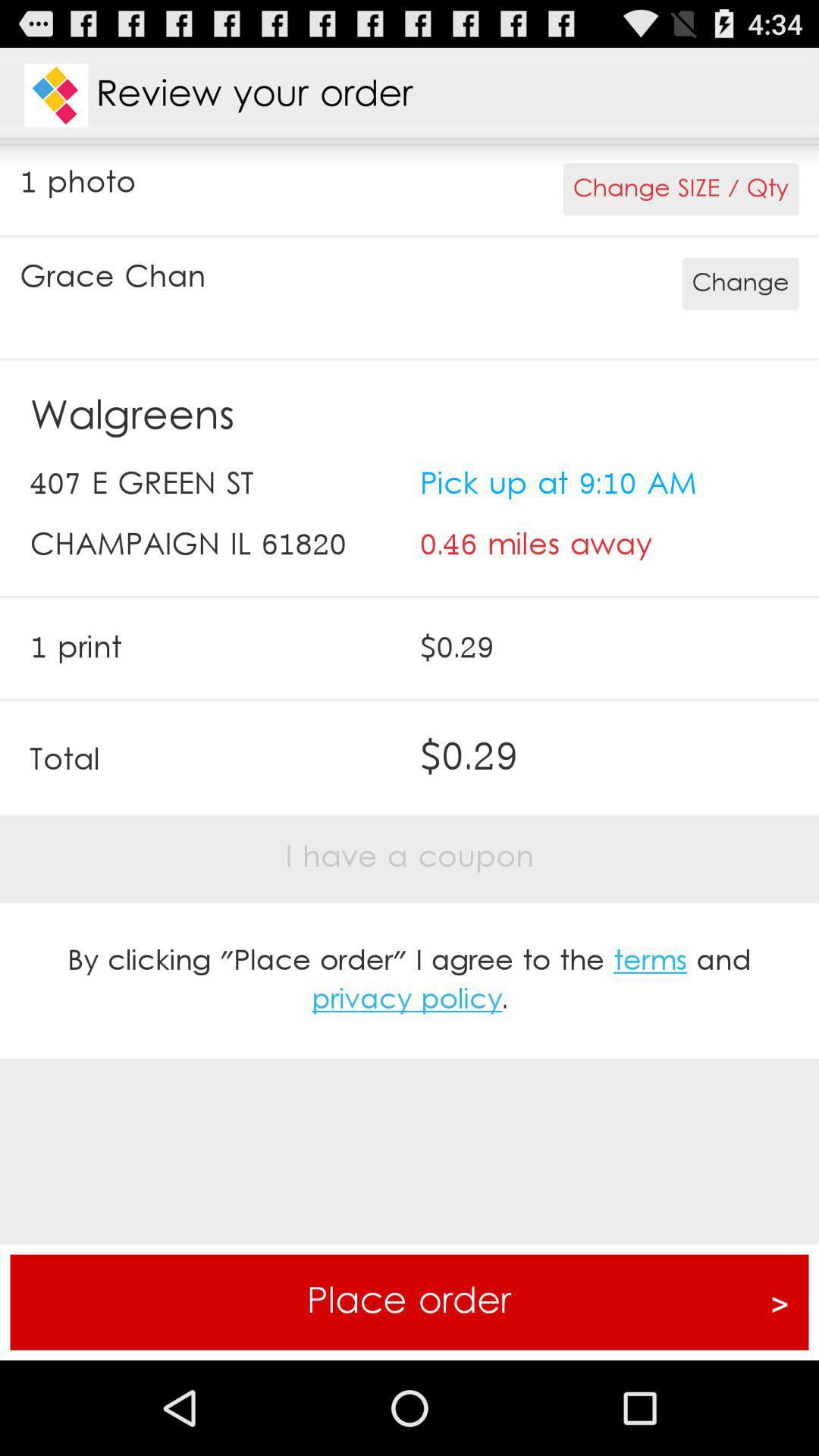  Describe the element at coordinates (680, 188) in the screenshot. I see `the icon next to the 1 photo` at that location.